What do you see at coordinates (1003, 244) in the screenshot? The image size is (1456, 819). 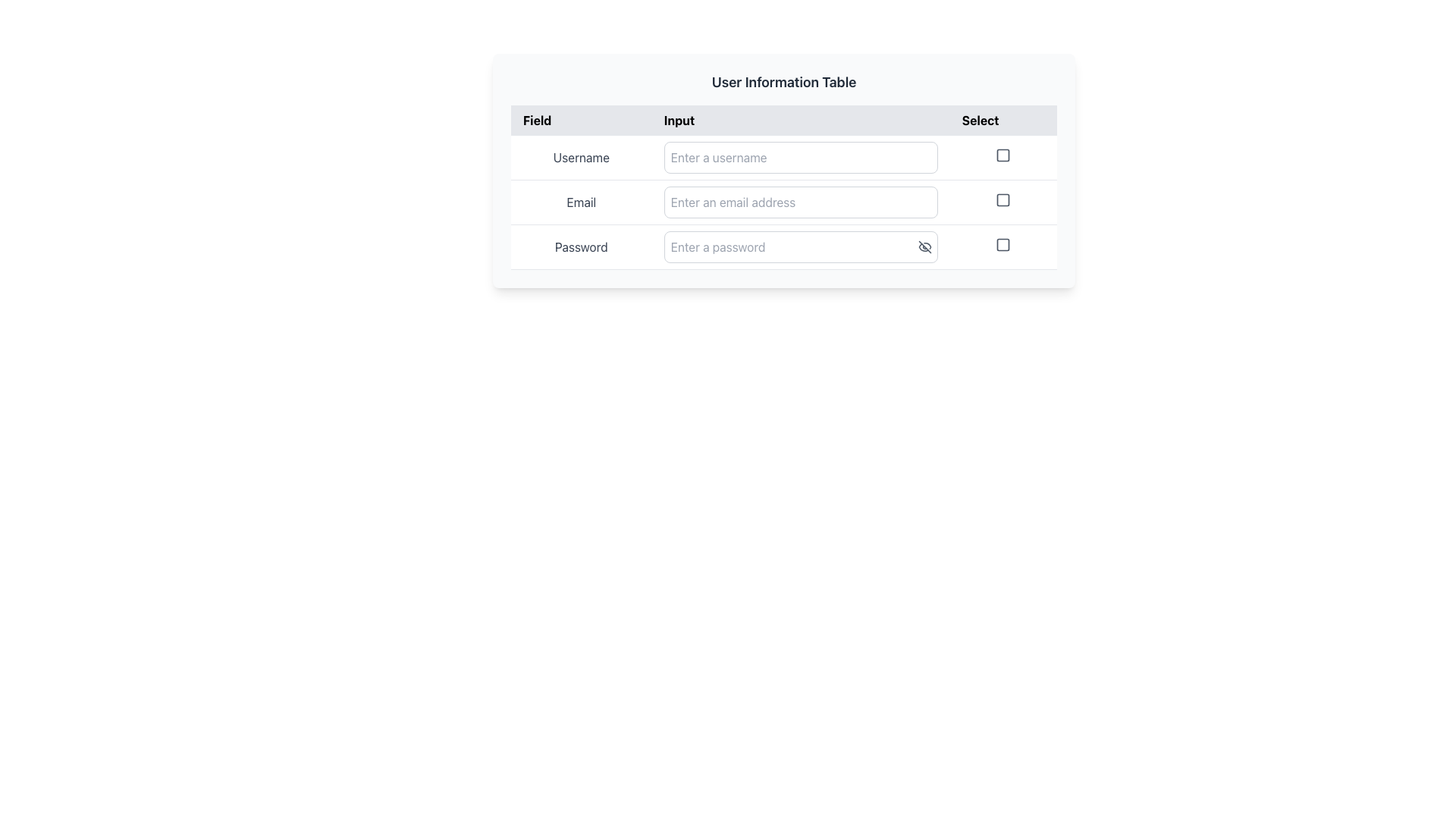 I see `the checkbox or toggle icon located in the 'Select' column of the table corresponding to the 'Password' field` at bounding box center [1003, 244].